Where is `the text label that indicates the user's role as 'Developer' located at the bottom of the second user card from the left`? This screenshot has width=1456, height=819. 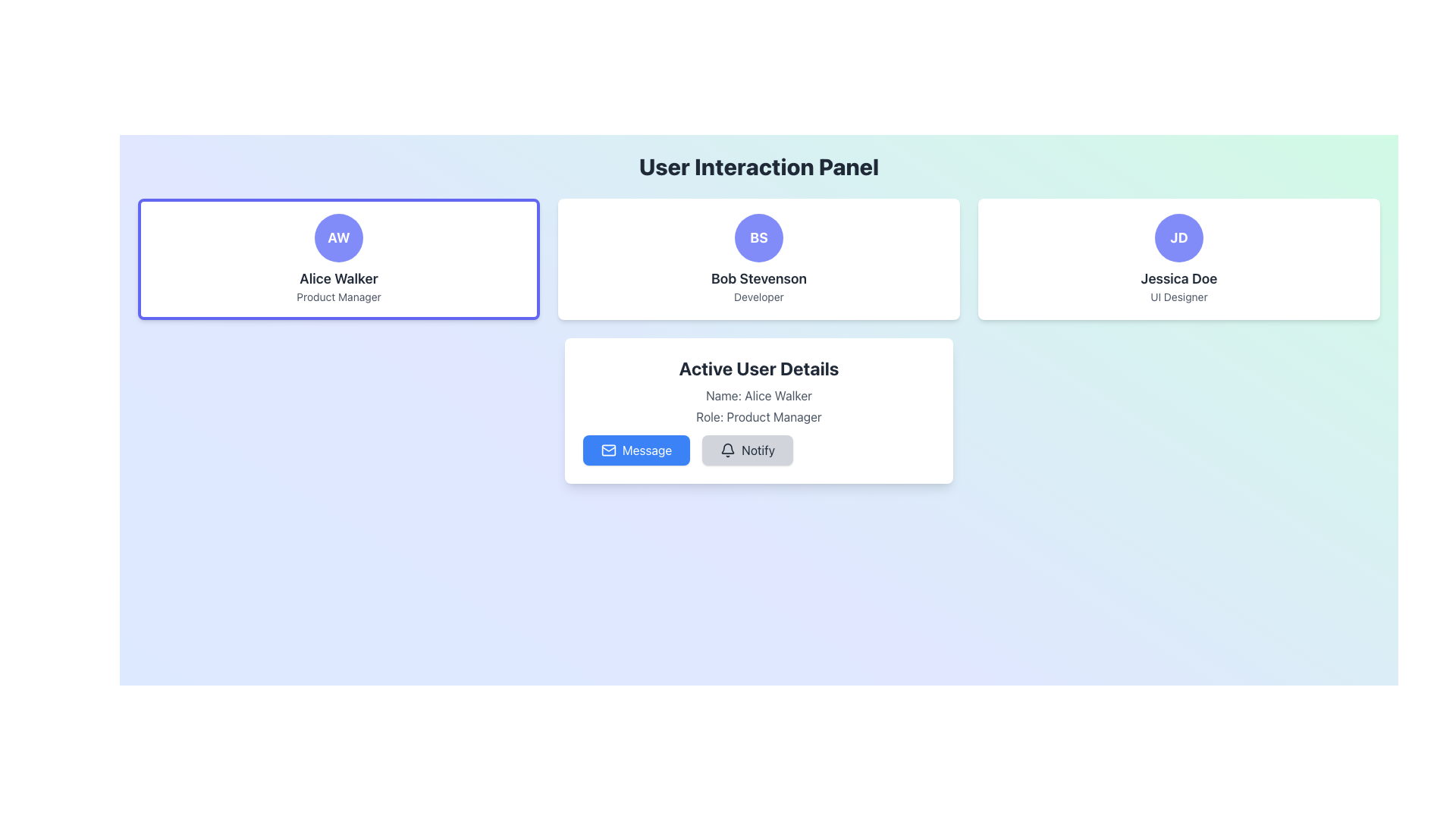
the text label that indicates the user's role as 'Developer' located at the bottom of the second user card from the left is located at coordinates (759, 297).